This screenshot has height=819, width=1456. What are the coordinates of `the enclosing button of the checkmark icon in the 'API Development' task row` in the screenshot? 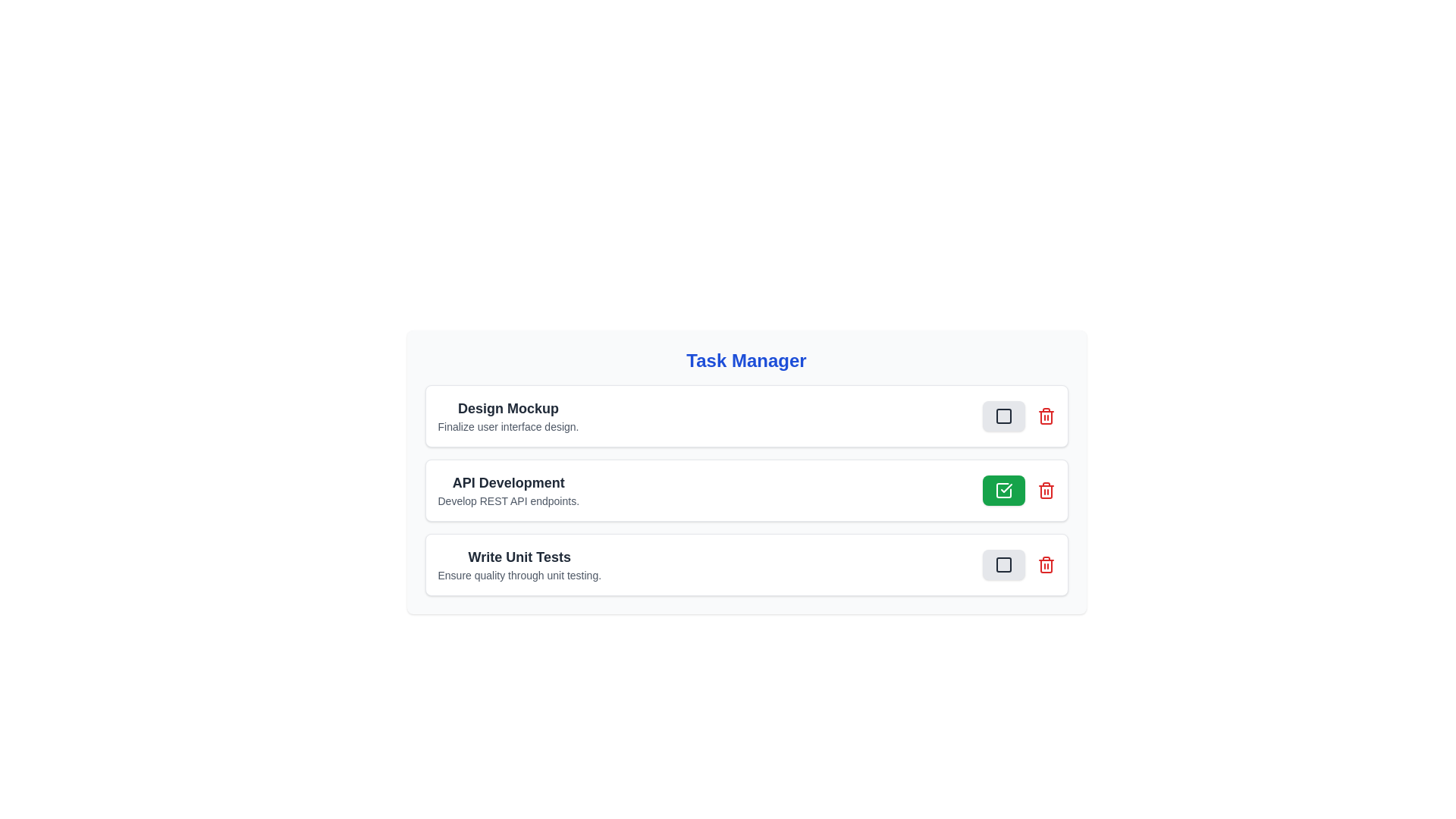 It's located at (1006, 488).